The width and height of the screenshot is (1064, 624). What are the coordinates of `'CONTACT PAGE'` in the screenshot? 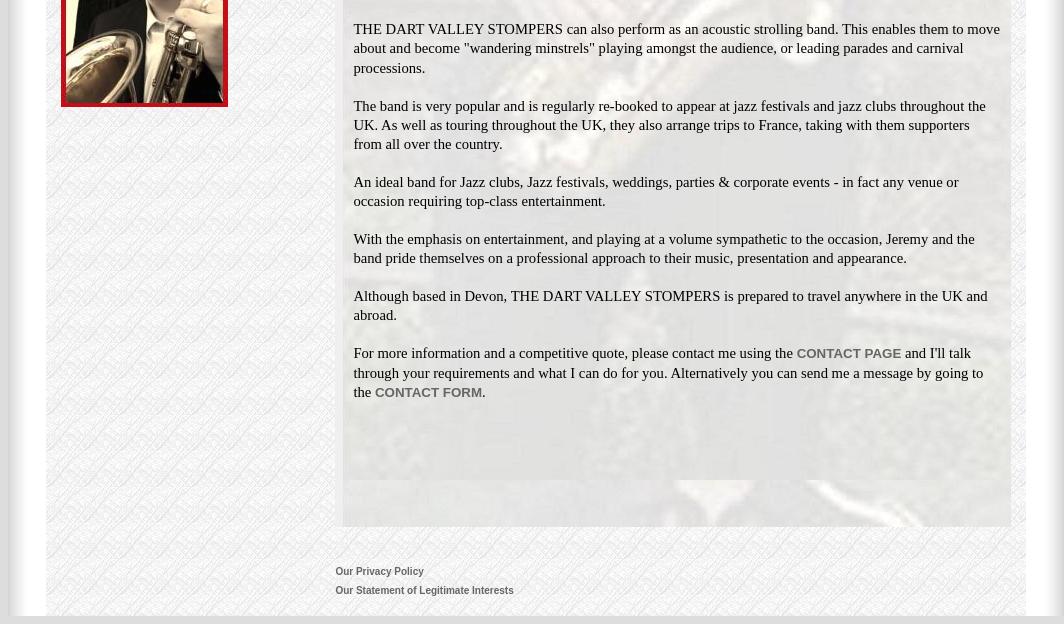 It's located at (848, 353).